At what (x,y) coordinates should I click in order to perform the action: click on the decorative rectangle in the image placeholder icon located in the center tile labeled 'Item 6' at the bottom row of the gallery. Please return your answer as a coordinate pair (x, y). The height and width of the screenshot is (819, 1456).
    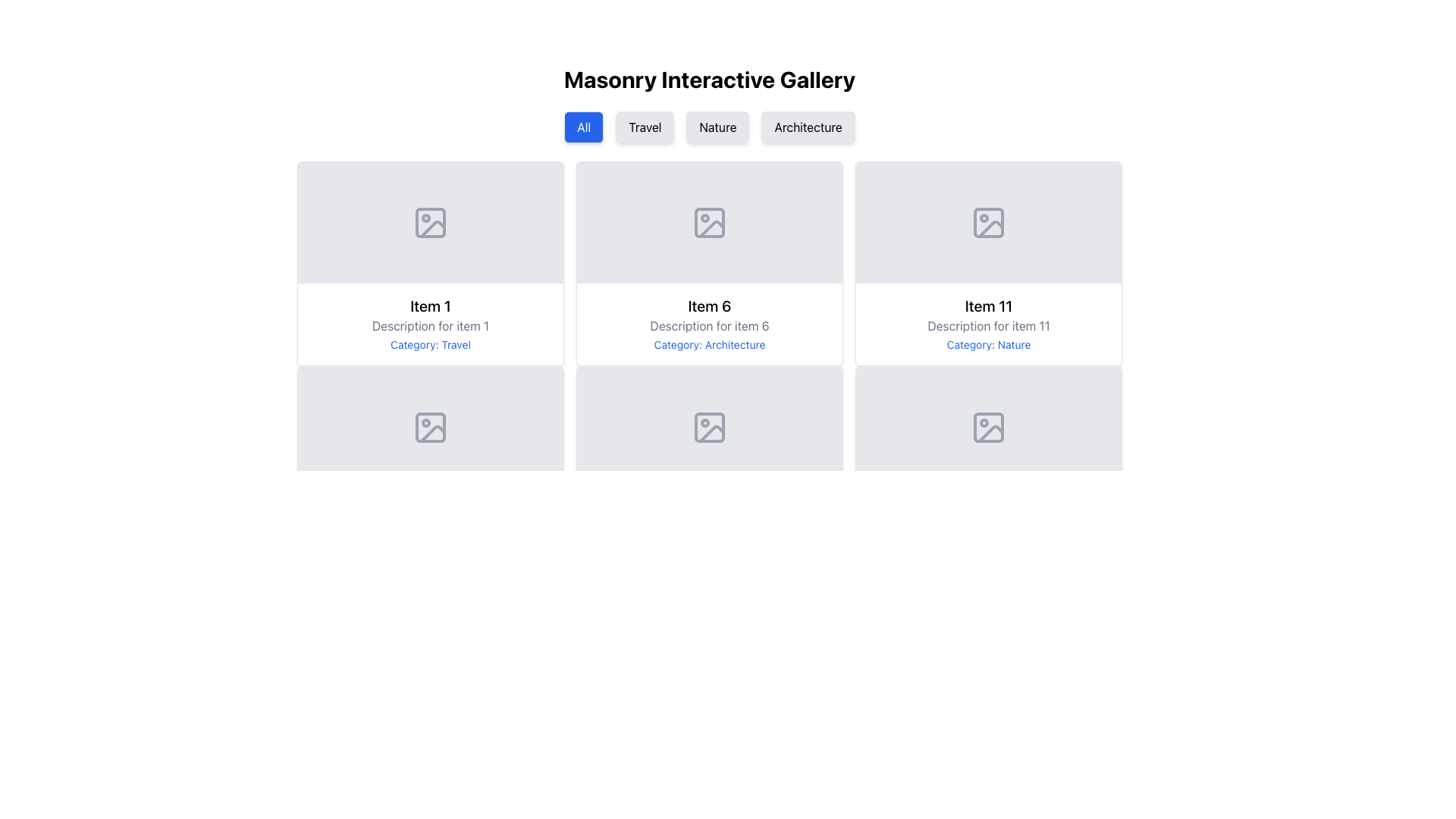
    Looking at the image, I should click on (709, 427).